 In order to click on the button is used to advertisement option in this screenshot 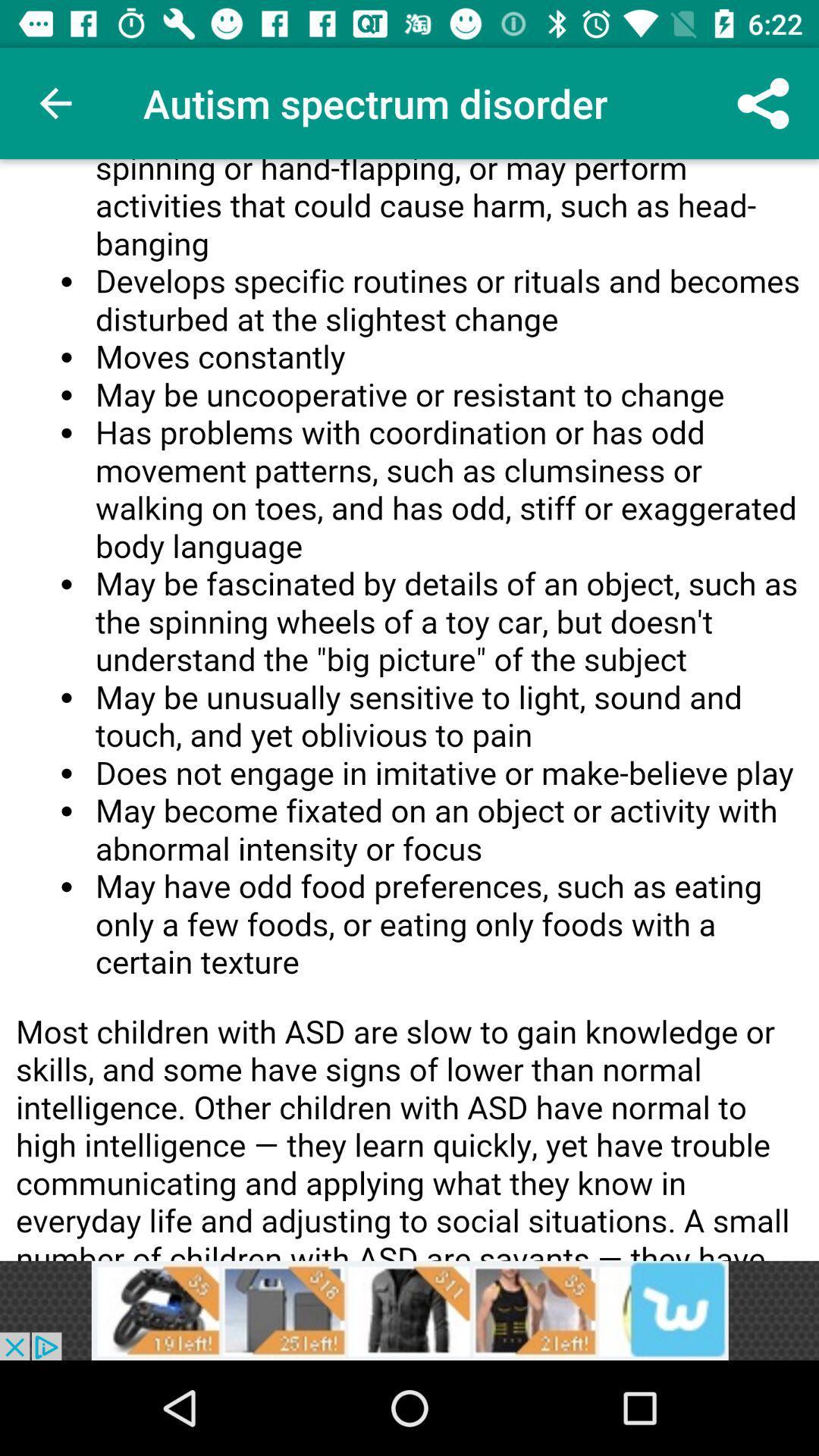, I will do `click(409, 1310)`.